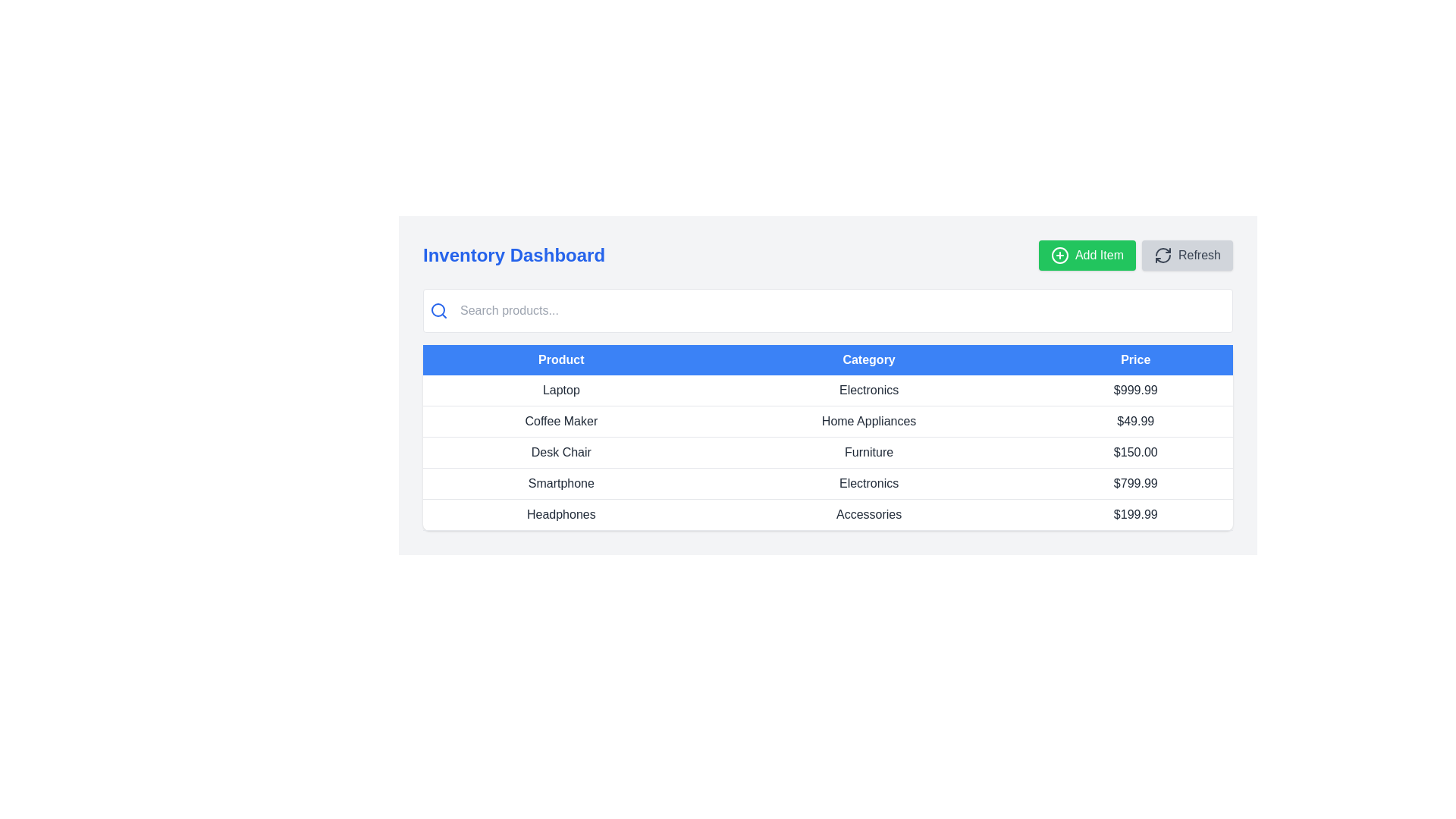 This screenshot has height=819, width=1456. Describe the element at coordinates (869, 359) in the screenshot. I see `the 'Category' column header text label in the table, which is the second column header providing context for the data below` at that location.